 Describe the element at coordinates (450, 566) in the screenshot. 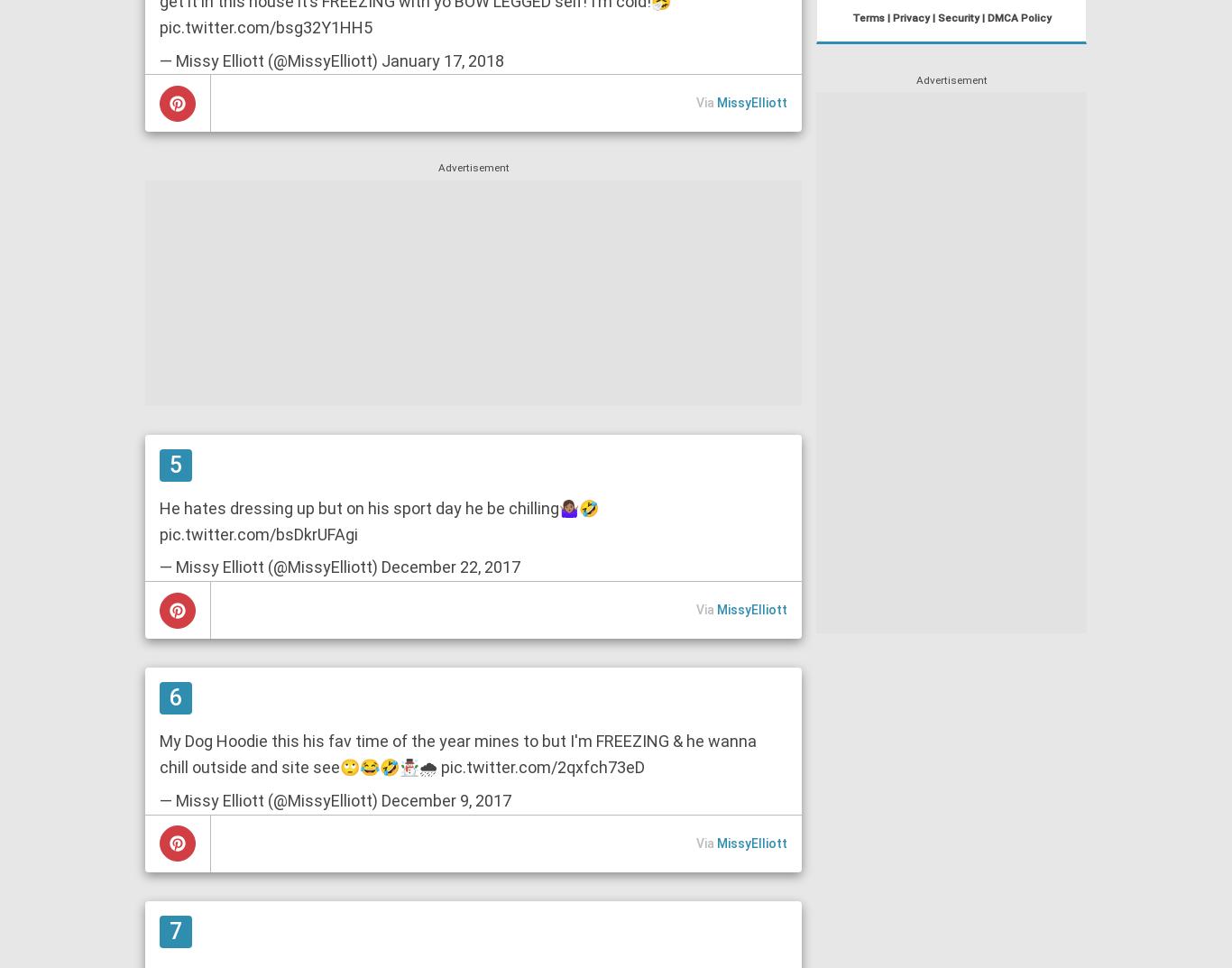

I see `'December 22, 2017'` at that location.